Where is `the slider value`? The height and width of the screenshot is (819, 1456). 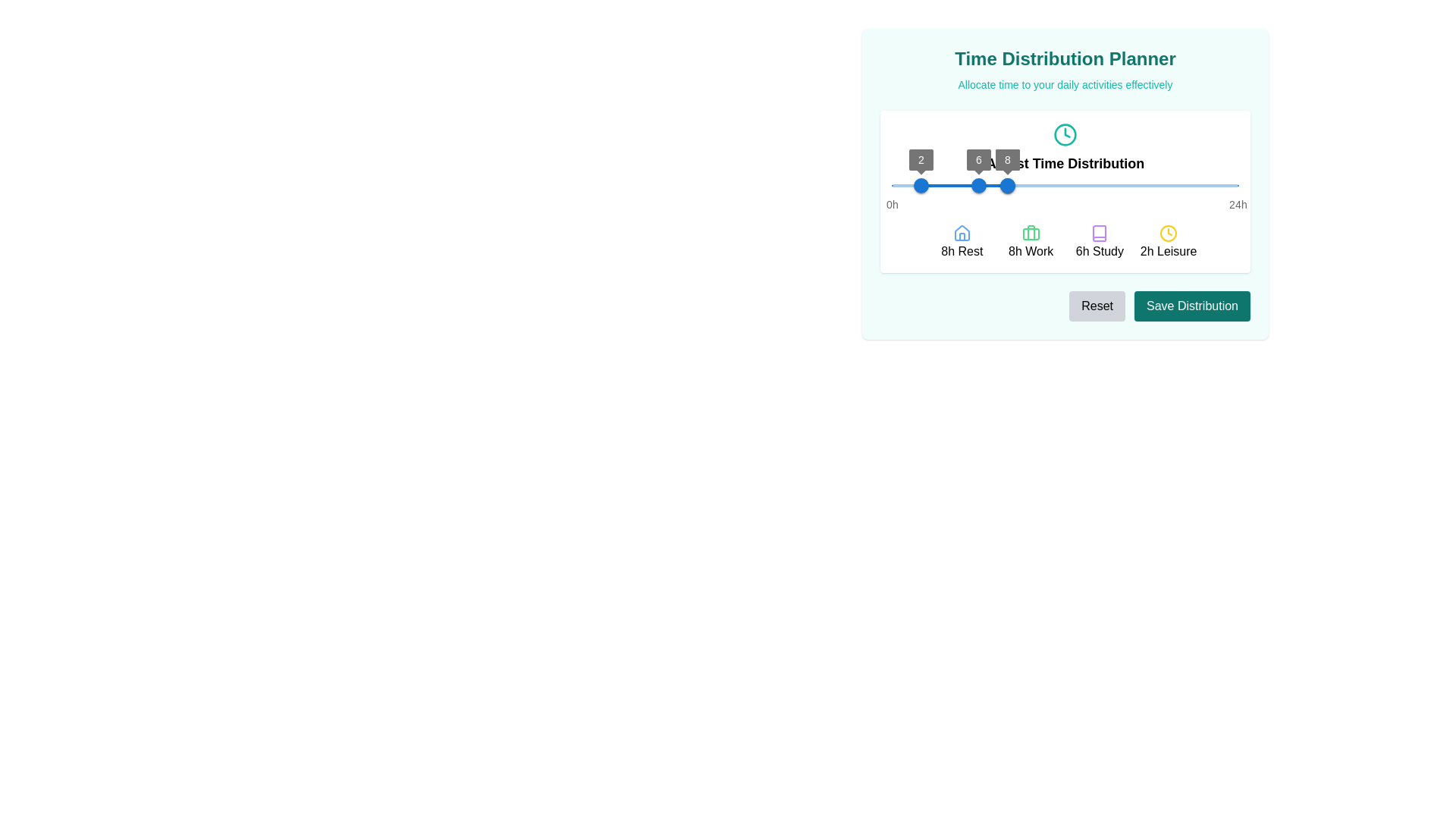 the slider value is located at coordinates (884, 185).